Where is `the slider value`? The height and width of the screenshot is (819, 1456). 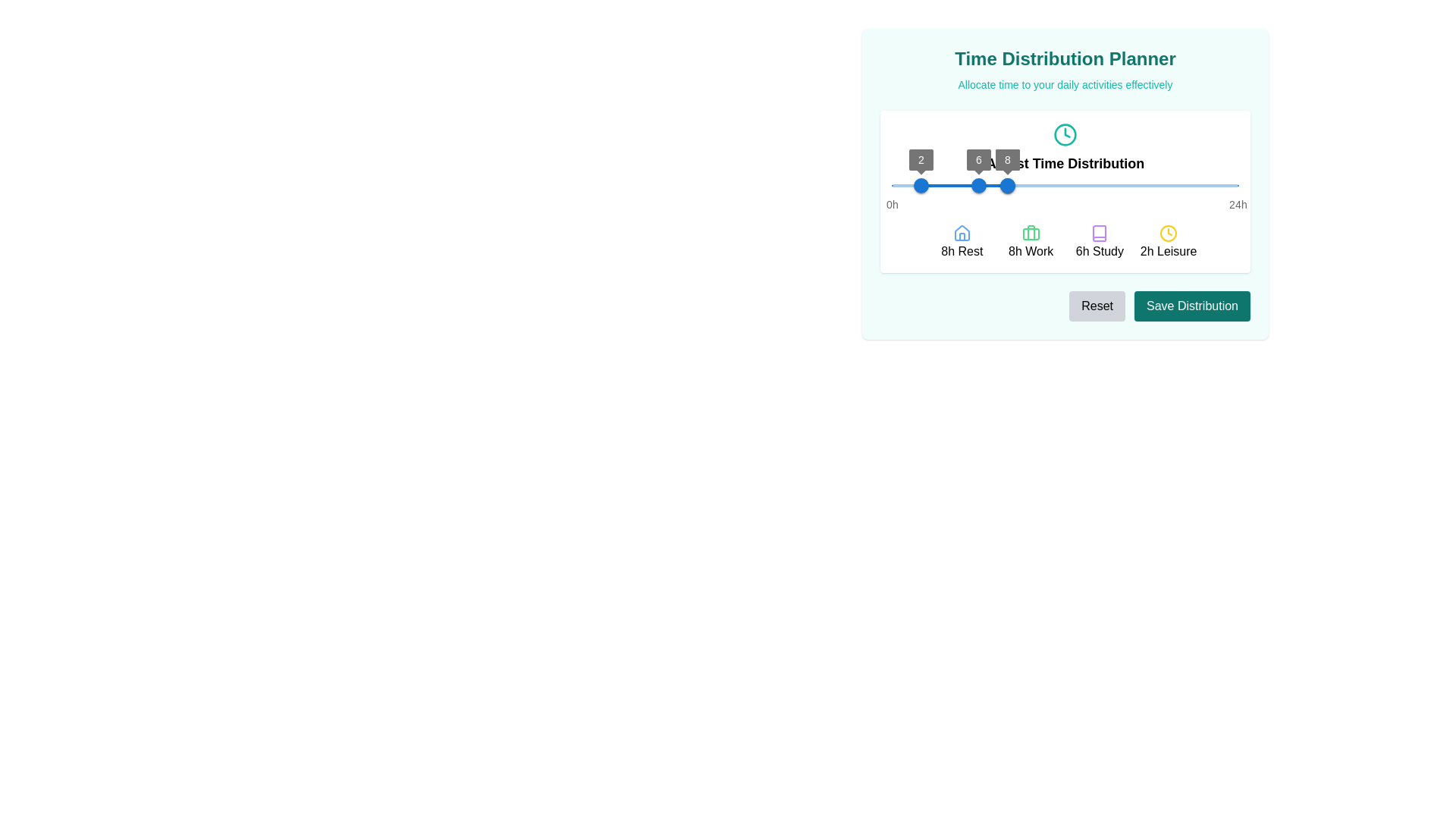 the slider value is located at coordinates (884, 185).